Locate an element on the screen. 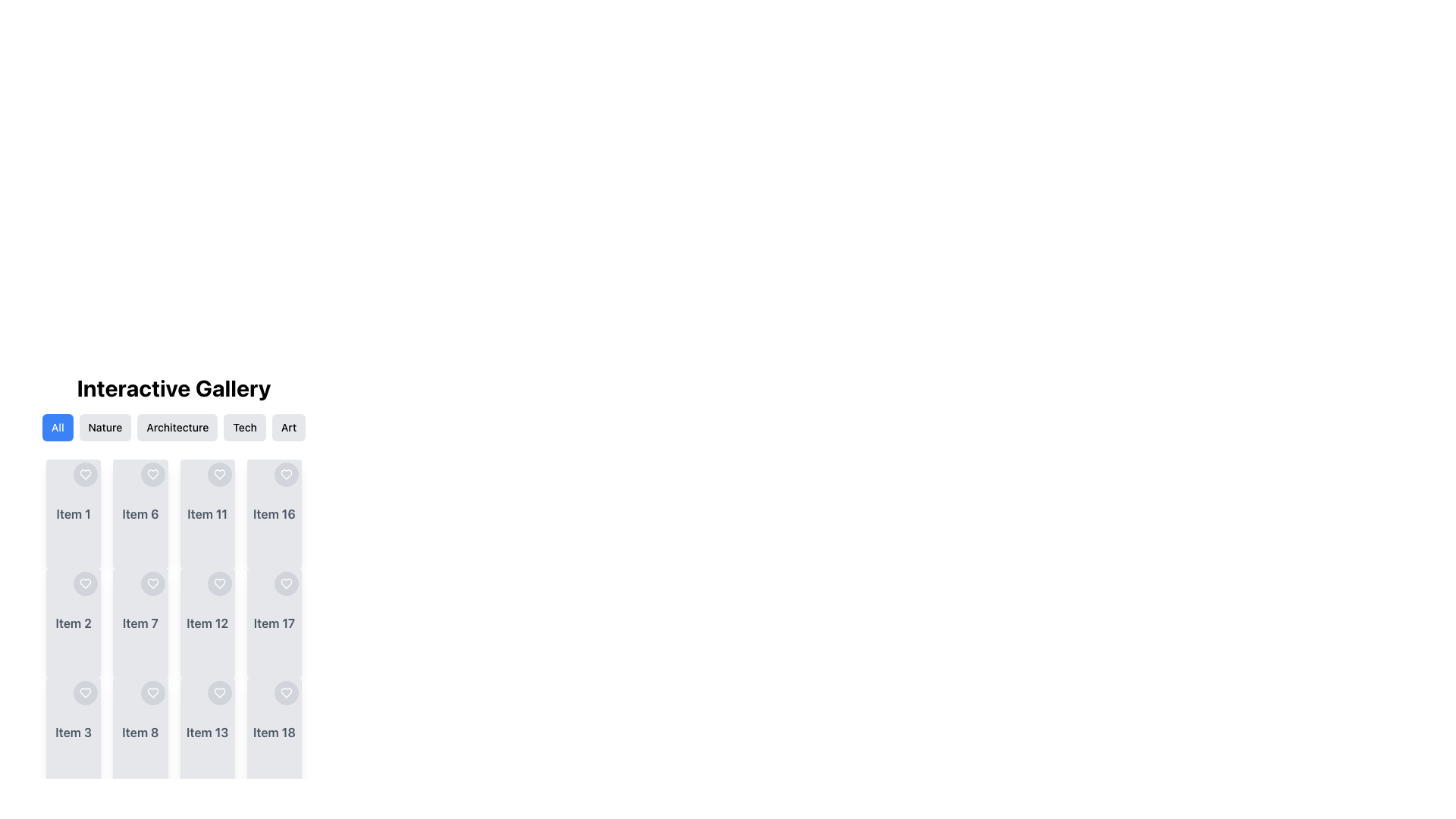 The width and height of the screenshot is (1456, 819). the button that allows users to view more details about 'Item 2' for keyboard navigation is located at coordinates (73, 623).